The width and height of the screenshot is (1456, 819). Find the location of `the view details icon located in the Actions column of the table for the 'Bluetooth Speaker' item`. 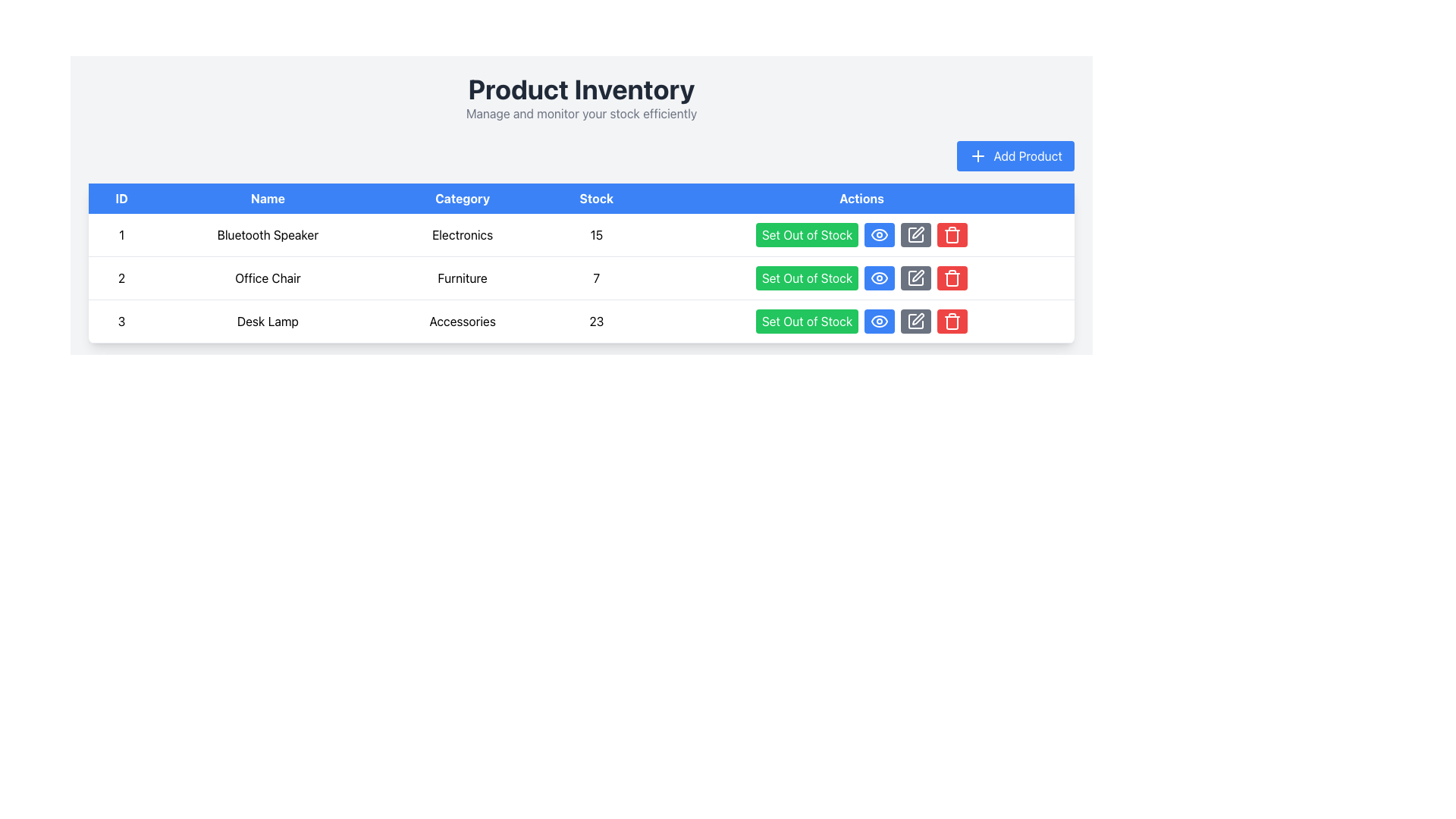

the view details icon located in the Actions column of the table for the 'Bluetooth Speaker' item is located at coordinates (880, 234).